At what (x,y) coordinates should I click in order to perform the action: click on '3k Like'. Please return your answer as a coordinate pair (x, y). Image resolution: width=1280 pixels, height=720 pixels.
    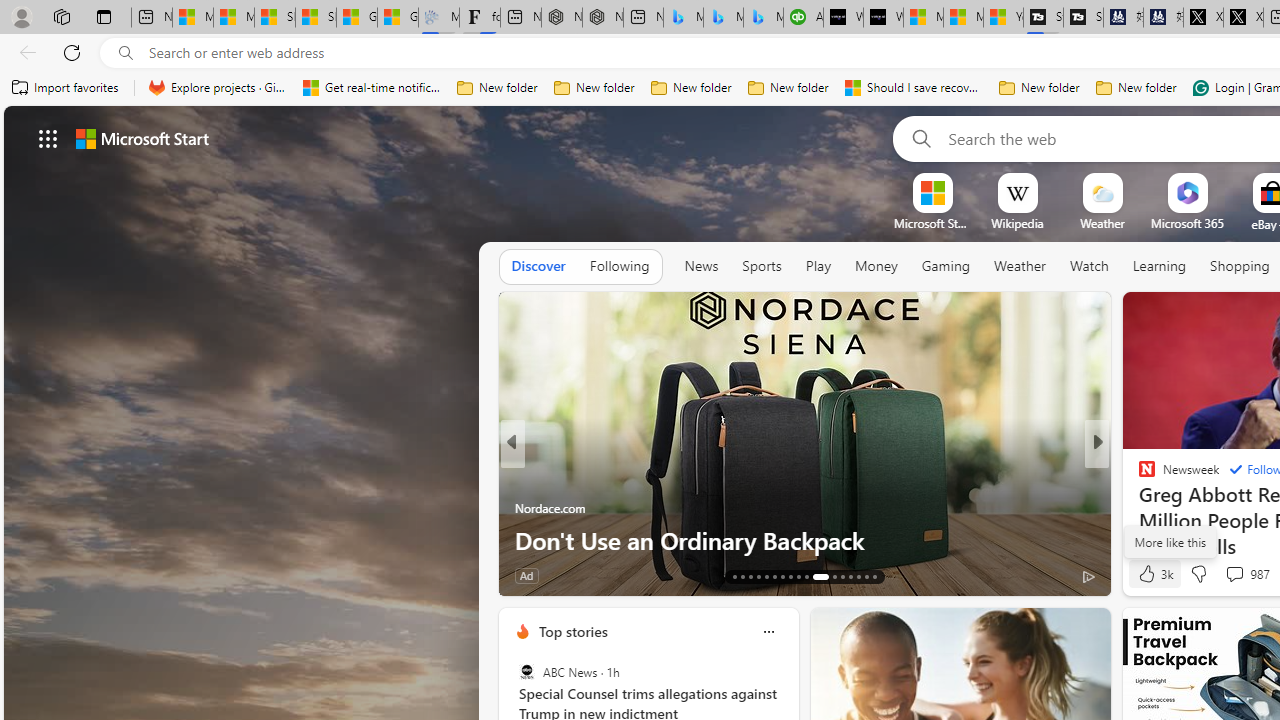
    Looking at the image, I should click on (1154, 574).